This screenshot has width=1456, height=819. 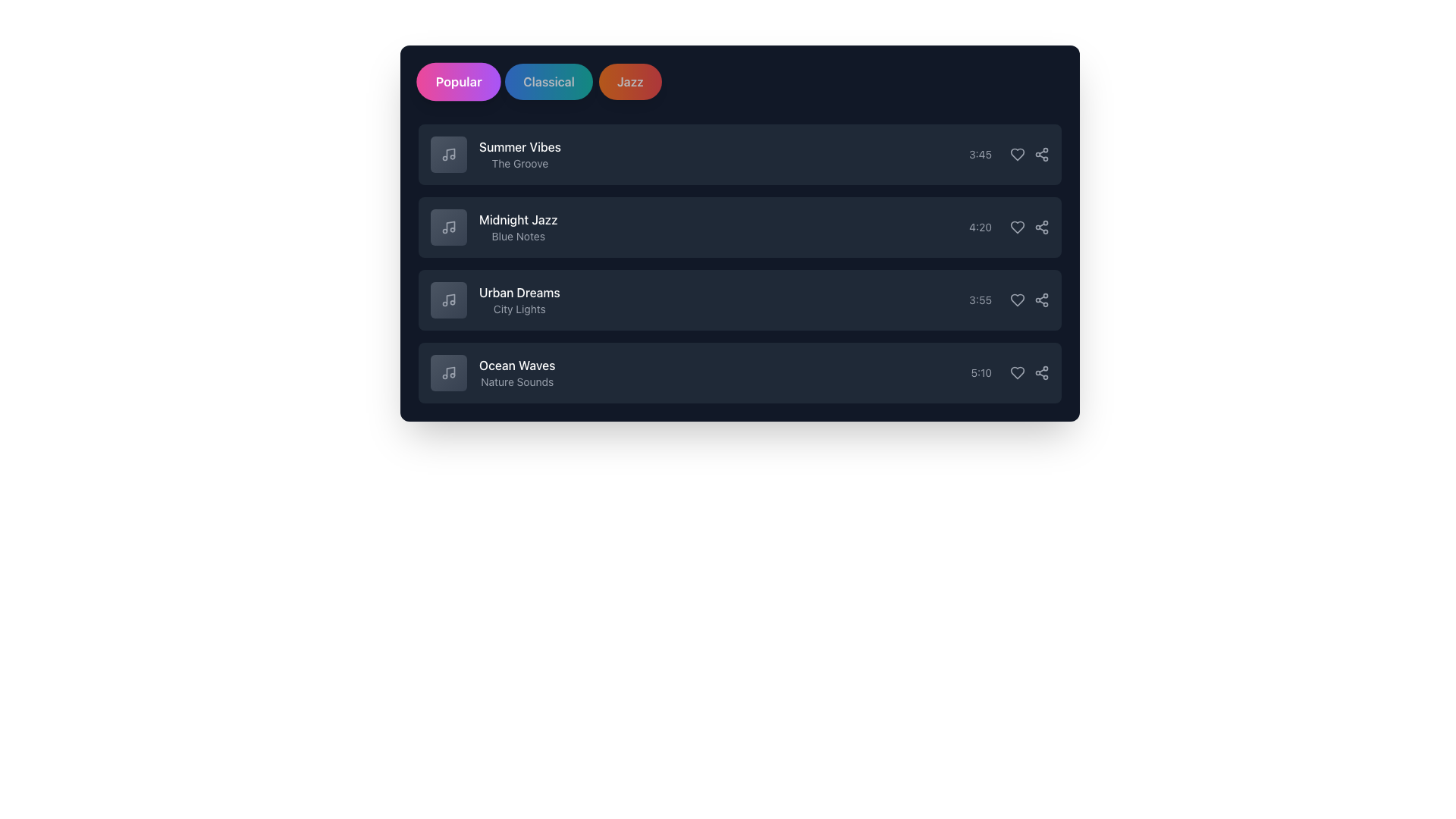 What do you see at coordinates (1018, 227) in the screenshot?
I see `the heart icon button in the second row of the music track list, located between the duration and share icon, to favorite or like the music track` at bounding box center [1018, 227].